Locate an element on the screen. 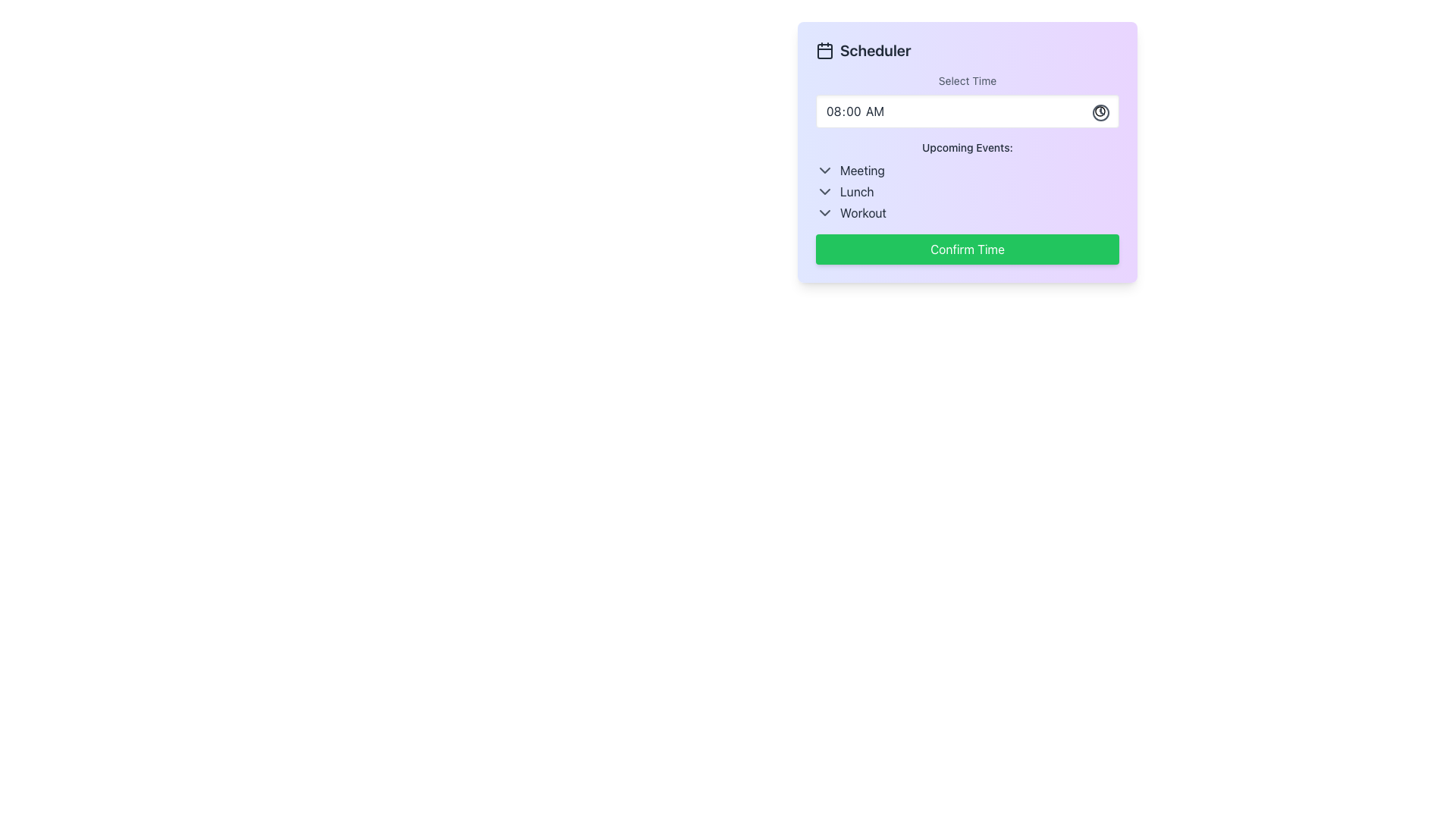 This screenshot has width=1456, height=819. the 'Upcoming Events:' block is located at coordinates (967, 180).